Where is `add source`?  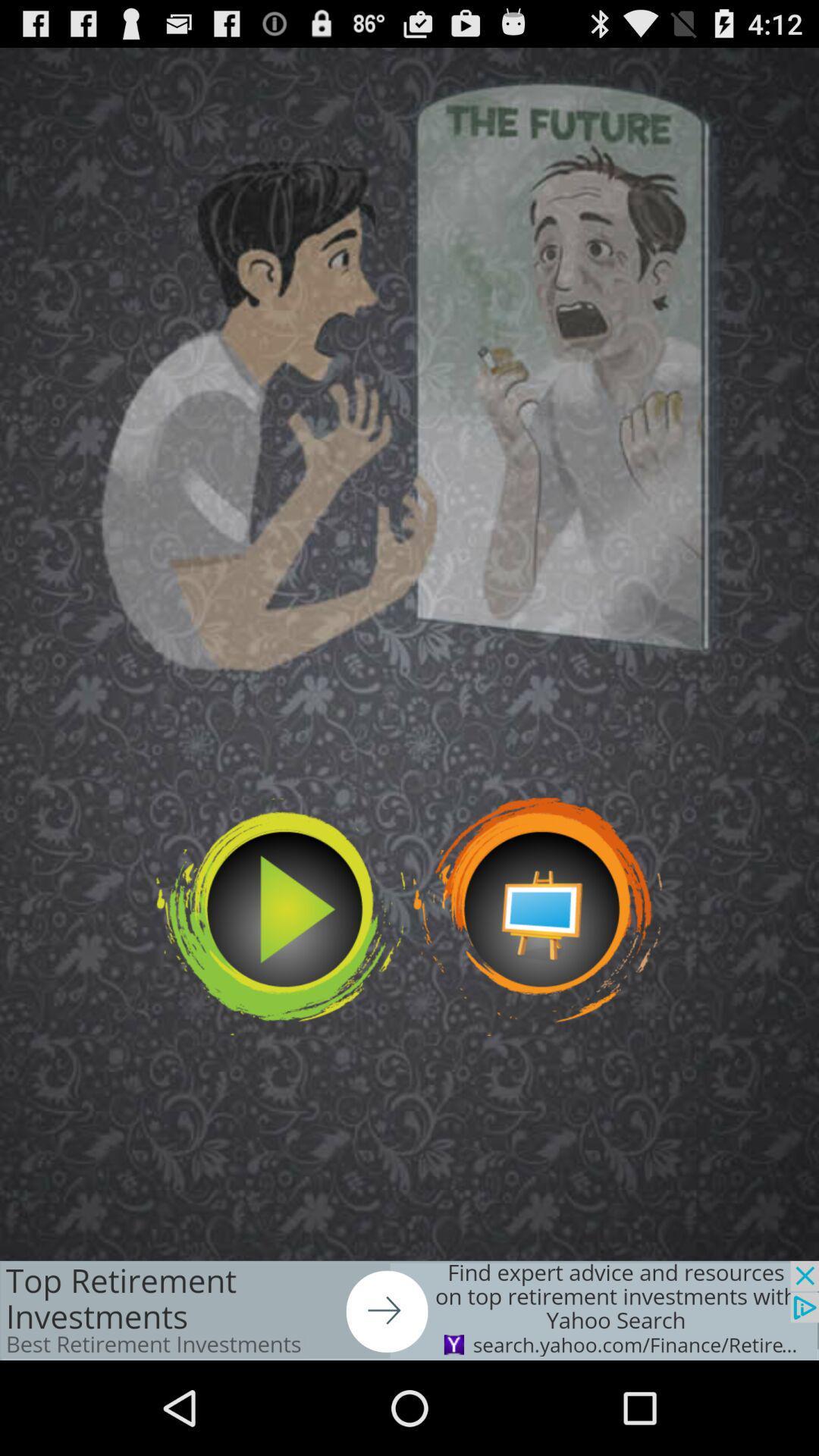 add source is located at coordinates (409, 1310).